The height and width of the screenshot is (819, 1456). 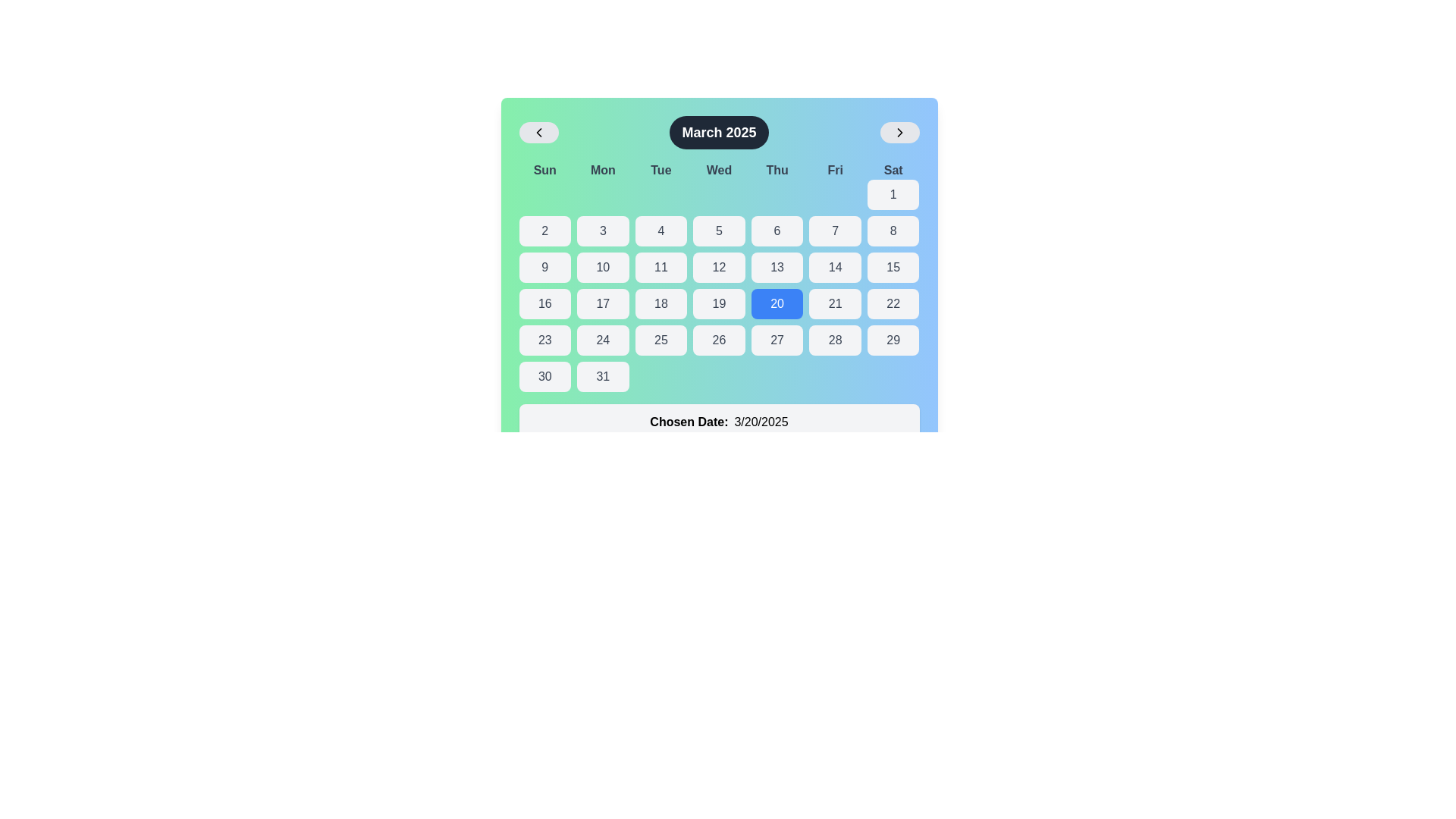 What do you see at coordinates (777, 170) in the screenshot?
I see `the static text label displaying 'Thu' in bold gray font, located in the week header of the calendar, positioned between 'Wed' and 'Fri'` at bounding box center [777, 170].